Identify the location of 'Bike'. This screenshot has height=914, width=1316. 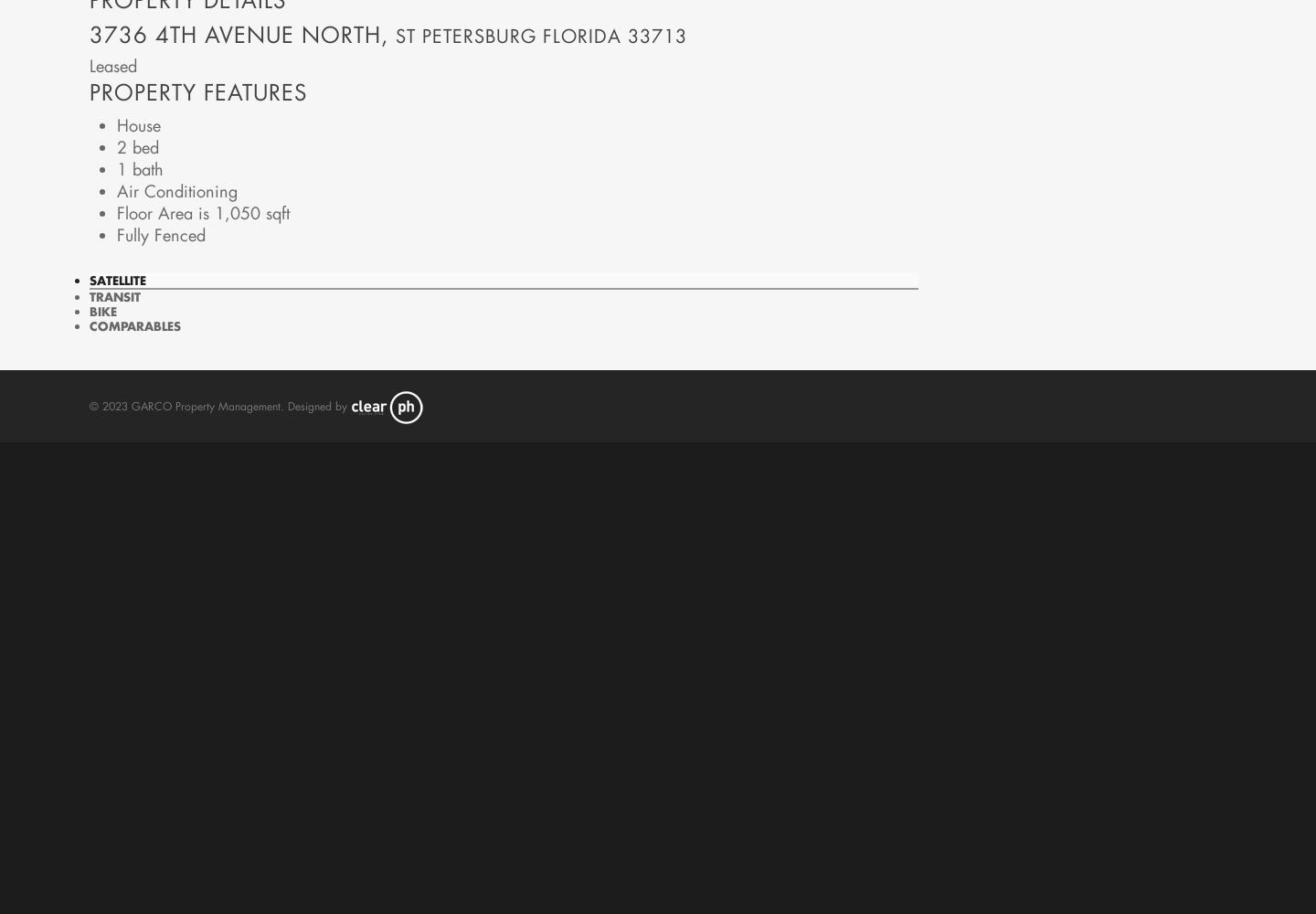
(102, 309).